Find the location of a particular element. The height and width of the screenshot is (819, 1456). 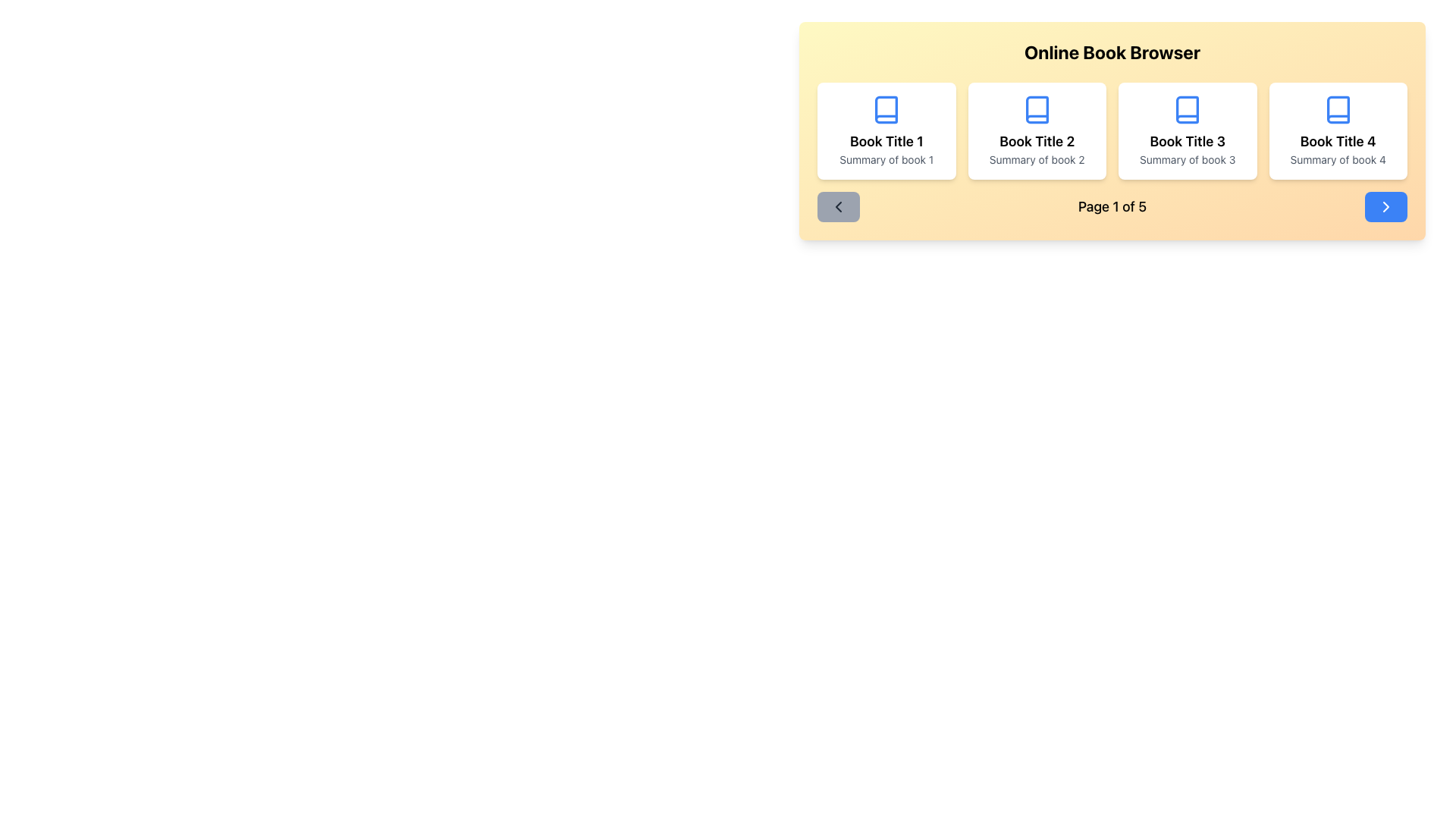

the blue book cover outline icon located within the 'Book Title 1' card in the 'Online Book Browser' is located at coordinates (886, 109).